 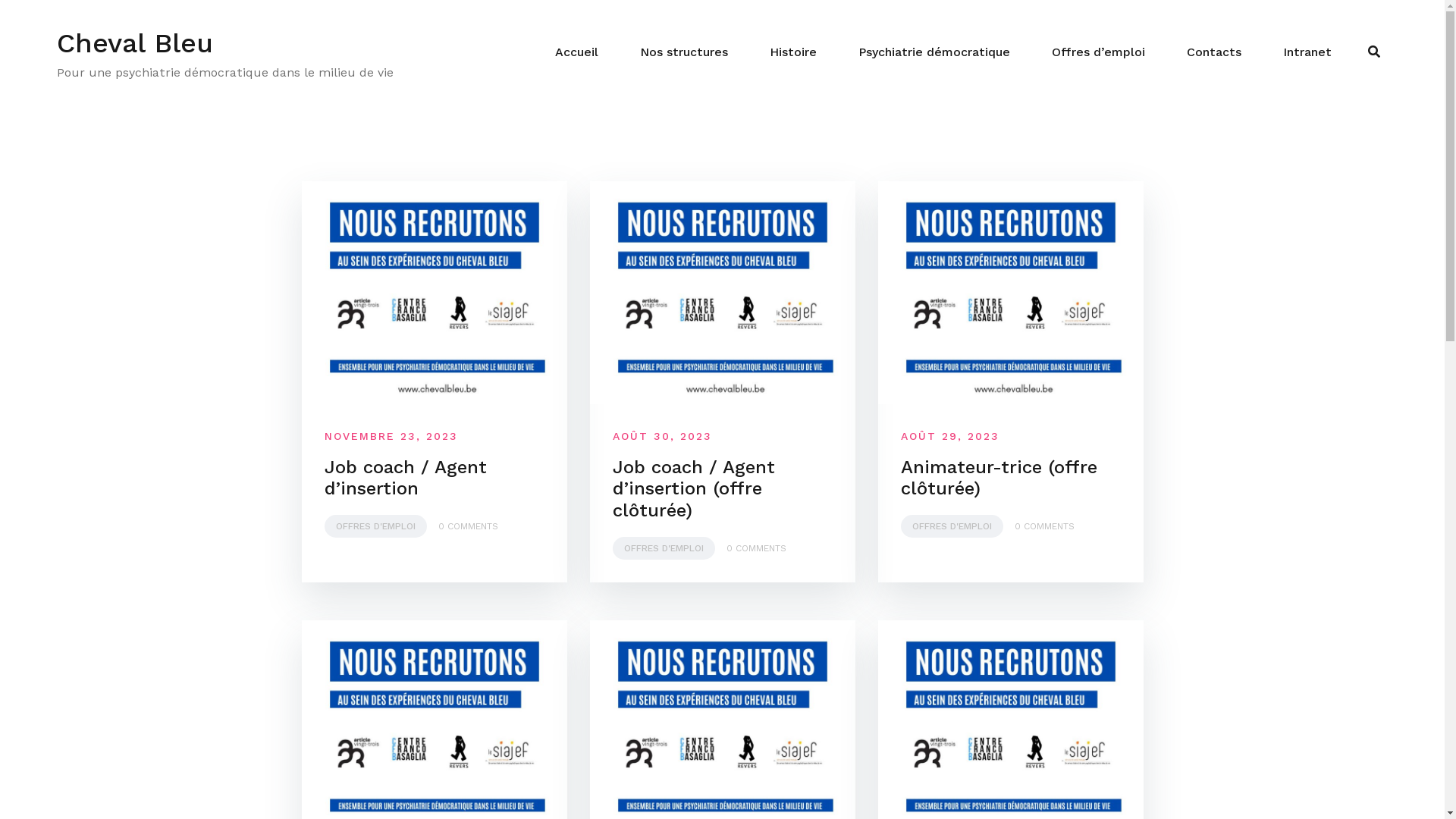 What do you see at coordinates (576, 52) in the screenshot?
I see `'Accueil'` at bounding box center [576, 52].